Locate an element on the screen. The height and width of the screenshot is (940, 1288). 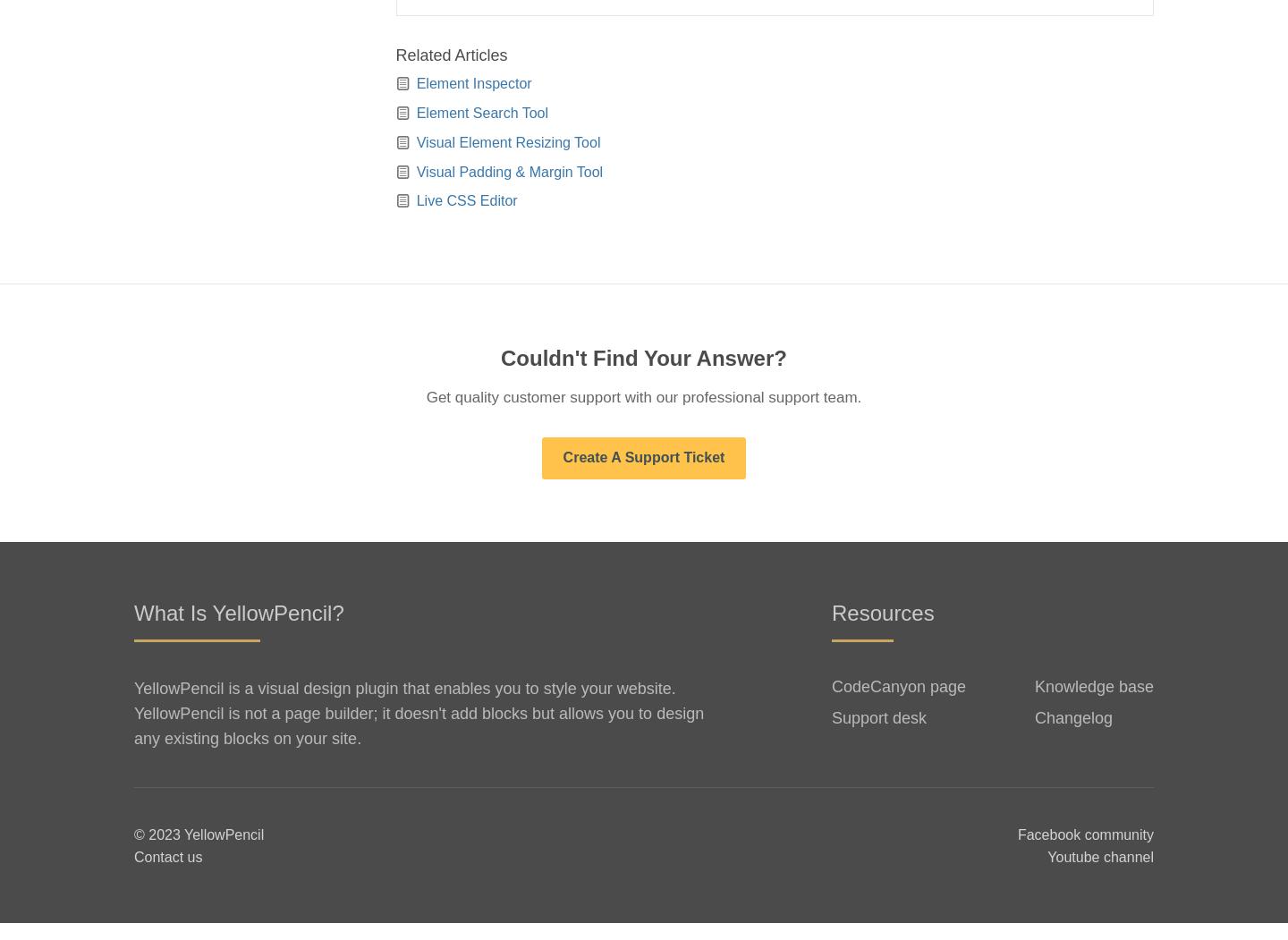
'Create A Support Ticket' is located at coordinates (643, 473).